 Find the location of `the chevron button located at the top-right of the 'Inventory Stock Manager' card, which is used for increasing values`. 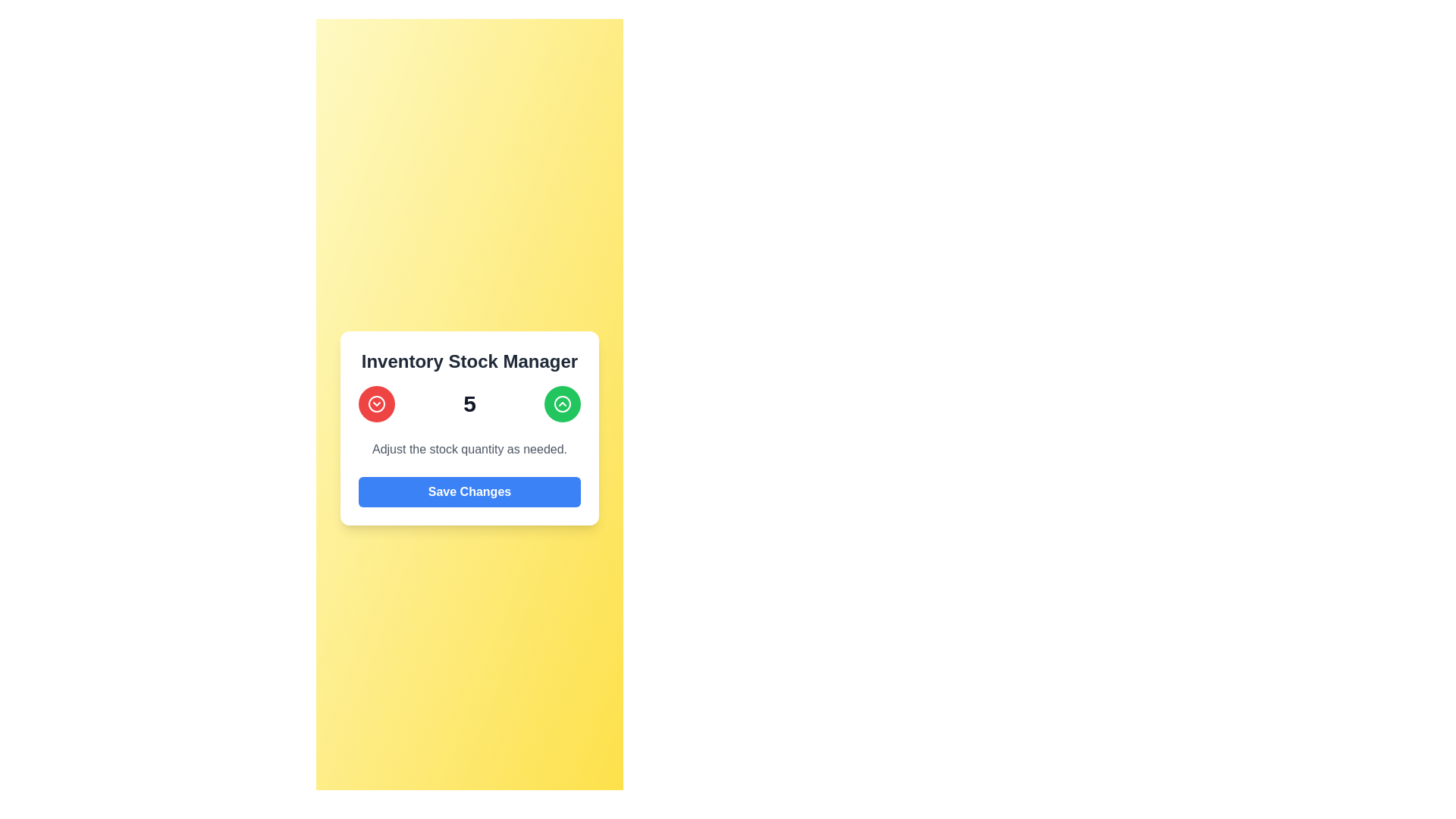

the chevron button located at the top-right of the 'Inventory Stock Manager' card, which is used for increasing values is located at coordinates (562, 403).